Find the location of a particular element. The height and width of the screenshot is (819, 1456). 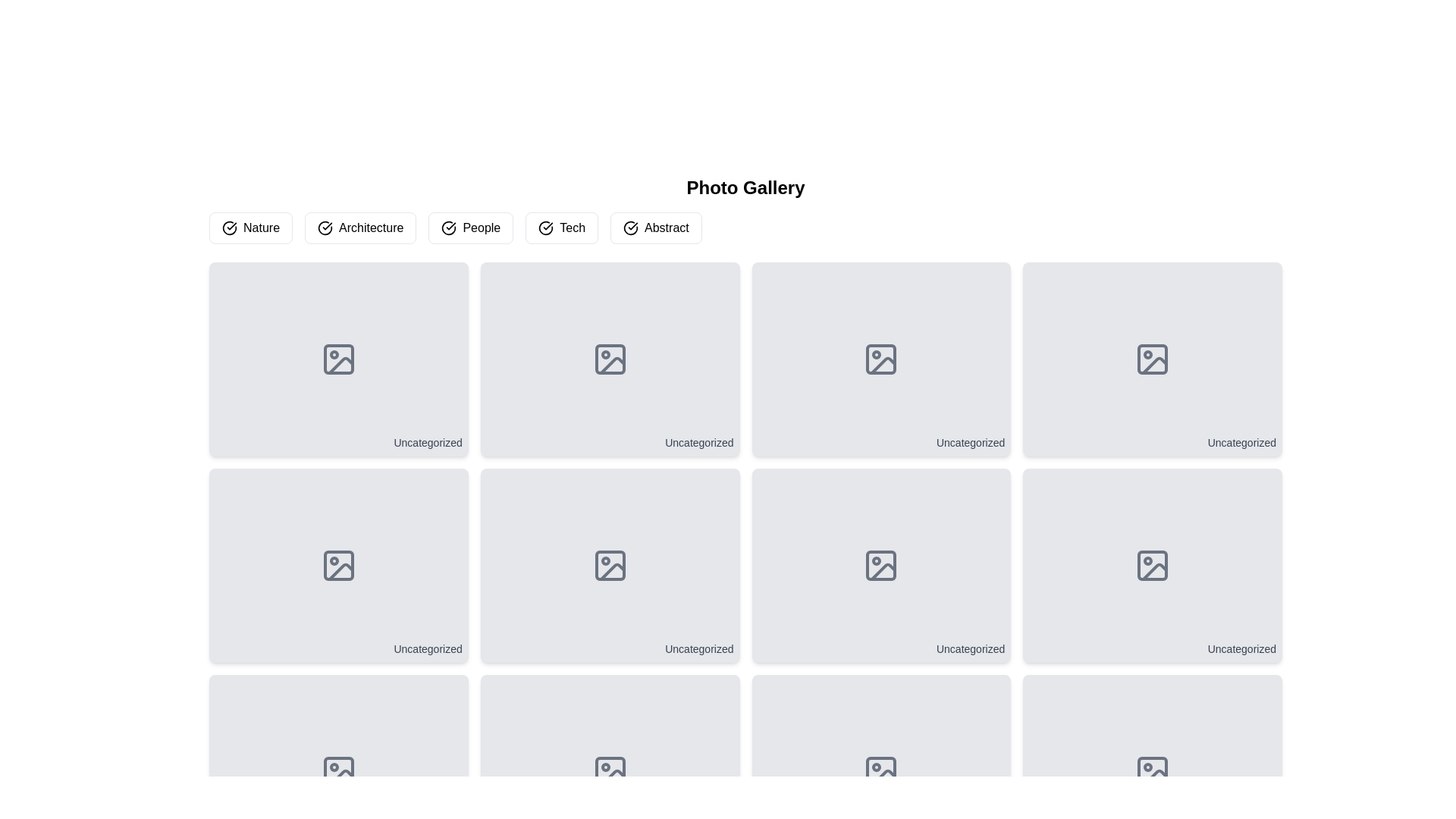

the rectangular image placeholder with a light gray background that contains an image symbol icon and the text 'Uncategorized' below it is located at coordinates (337, 359).